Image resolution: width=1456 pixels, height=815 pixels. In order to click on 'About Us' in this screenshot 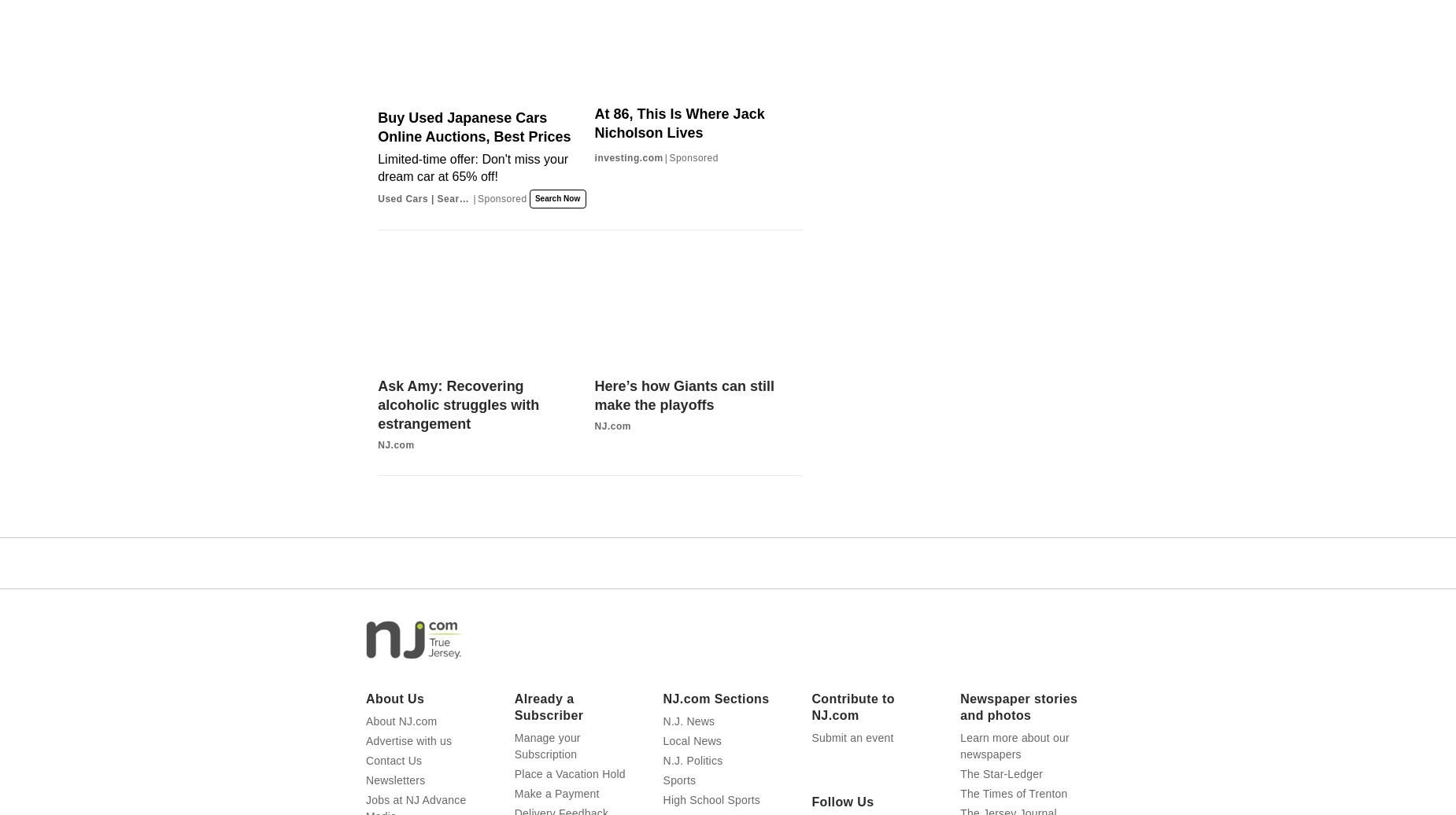, I will do `click(395, 698)`.